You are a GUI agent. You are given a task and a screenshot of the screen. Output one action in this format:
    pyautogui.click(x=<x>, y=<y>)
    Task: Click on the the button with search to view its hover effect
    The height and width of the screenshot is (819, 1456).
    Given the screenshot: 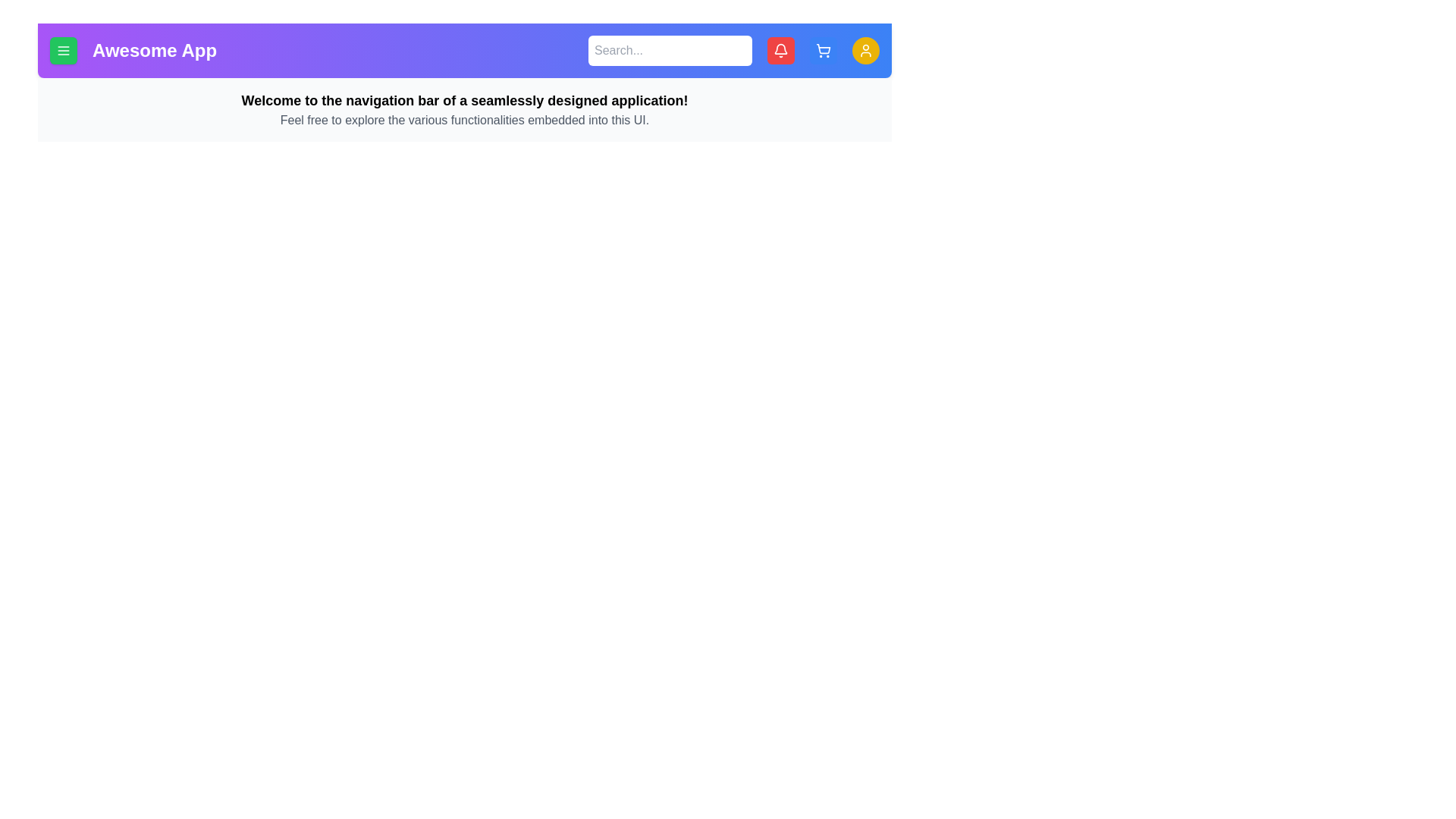 What is the action you would take?
    pyautogui.click(x=669, y=49)
    